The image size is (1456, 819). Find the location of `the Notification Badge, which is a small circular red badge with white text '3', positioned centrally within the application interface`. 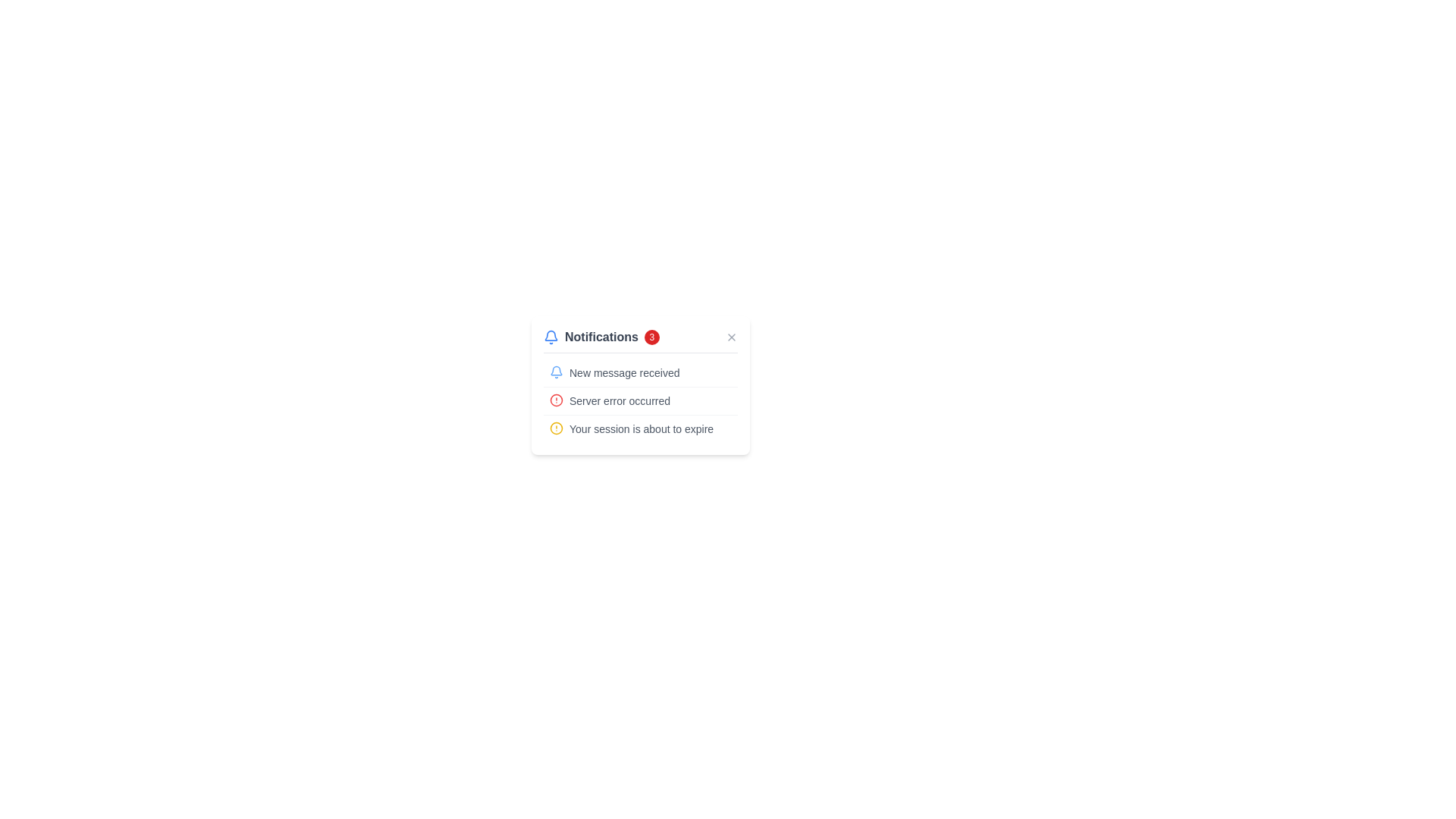

the Notification Badge, which is a small circular red badge with white text '3', positioned centrally within the application interface is located at coordinates (651, 336).